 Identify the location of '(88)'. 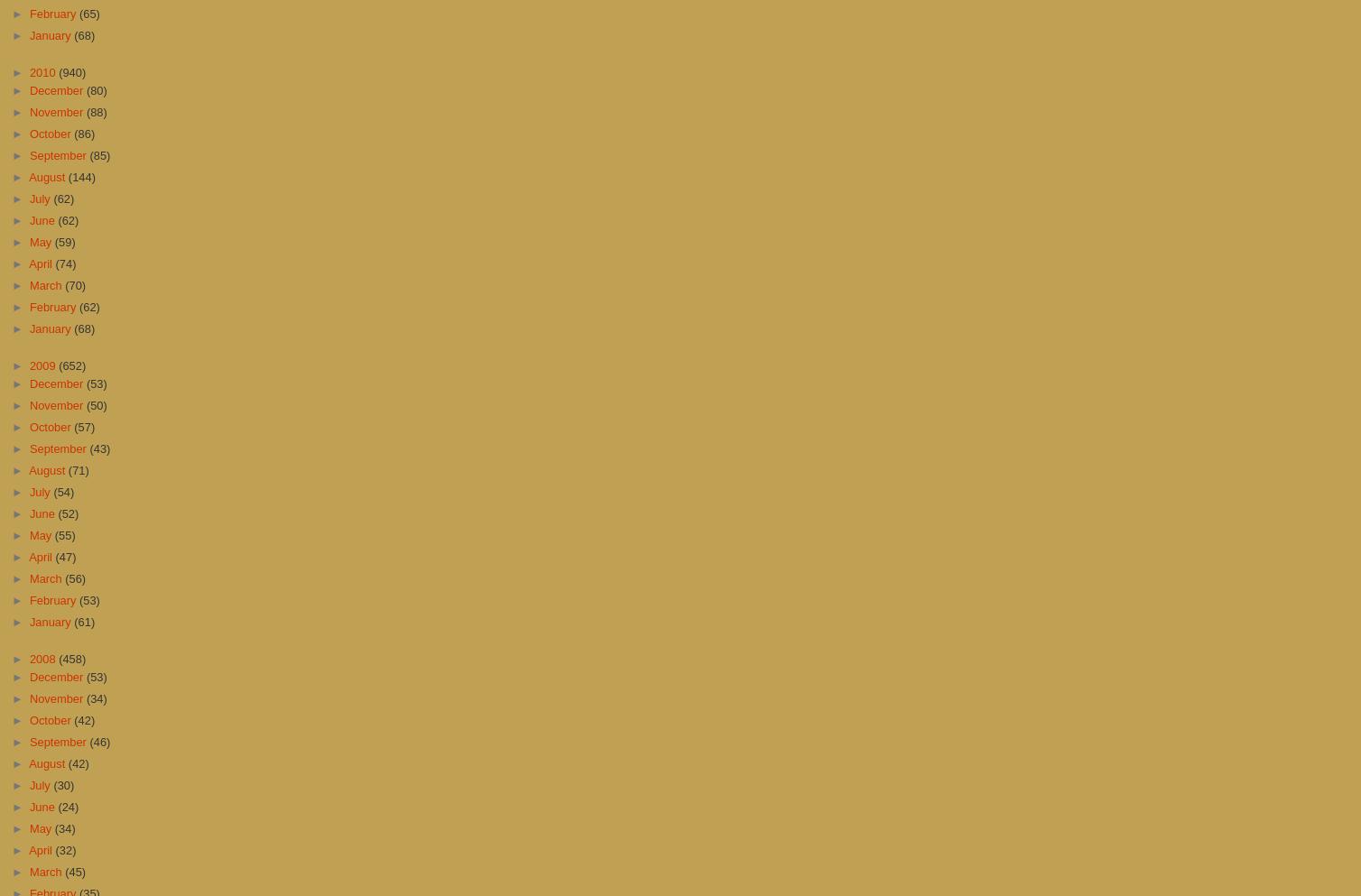
(96, 111).